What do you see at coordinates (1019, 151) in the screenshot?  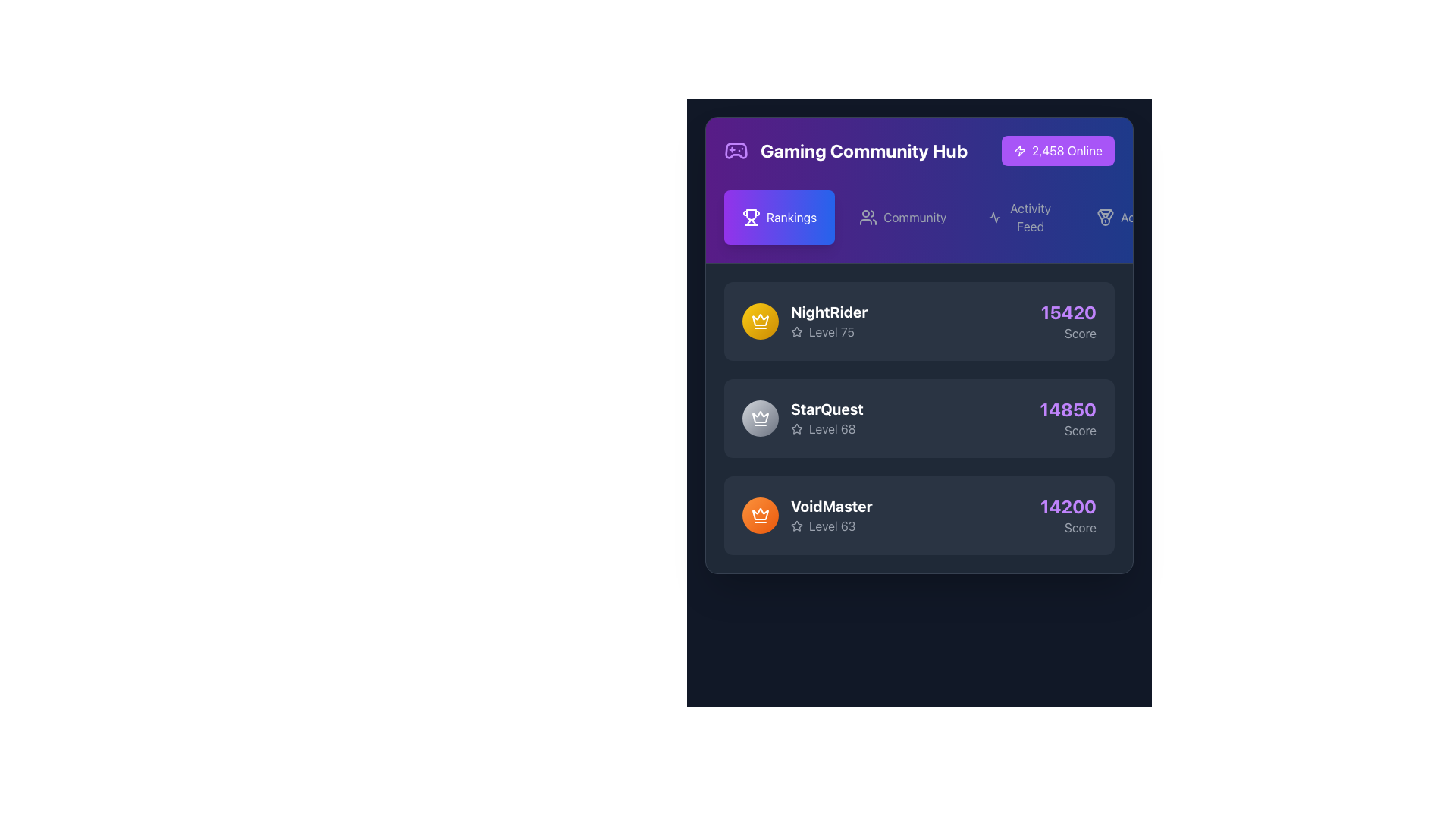 I see `the Icon button located in the top-middle-right corner of the navigation bar` at bounding box center [1019, 151].